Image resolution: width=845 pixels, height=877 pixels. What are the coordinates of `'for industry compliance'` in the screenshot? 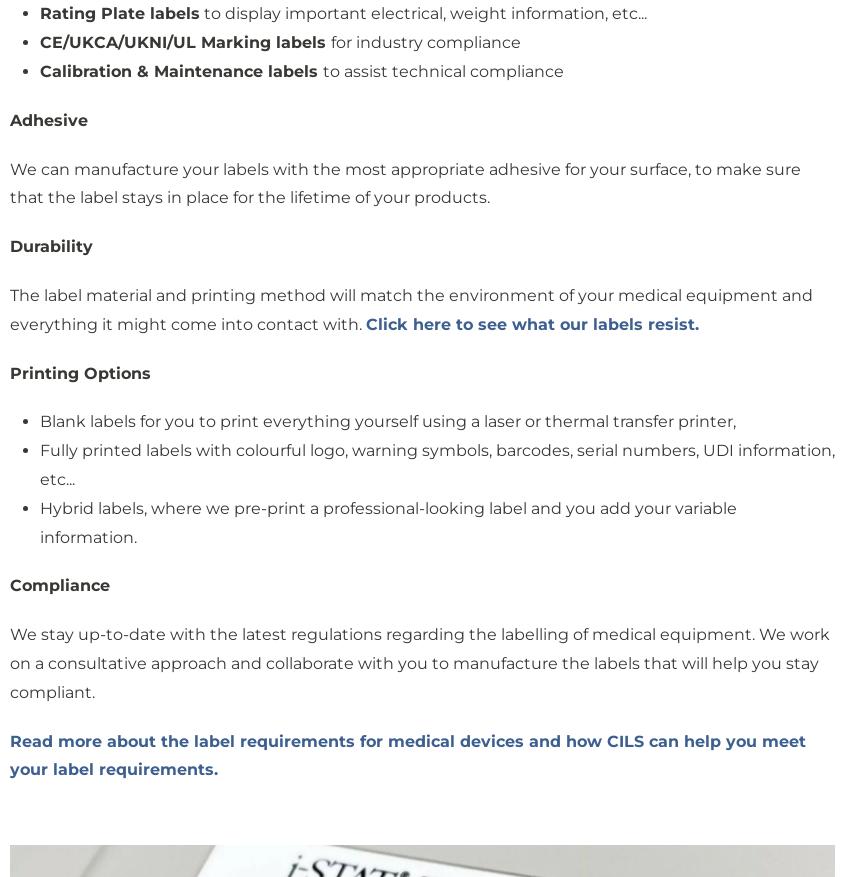 It's located at (330, 41).